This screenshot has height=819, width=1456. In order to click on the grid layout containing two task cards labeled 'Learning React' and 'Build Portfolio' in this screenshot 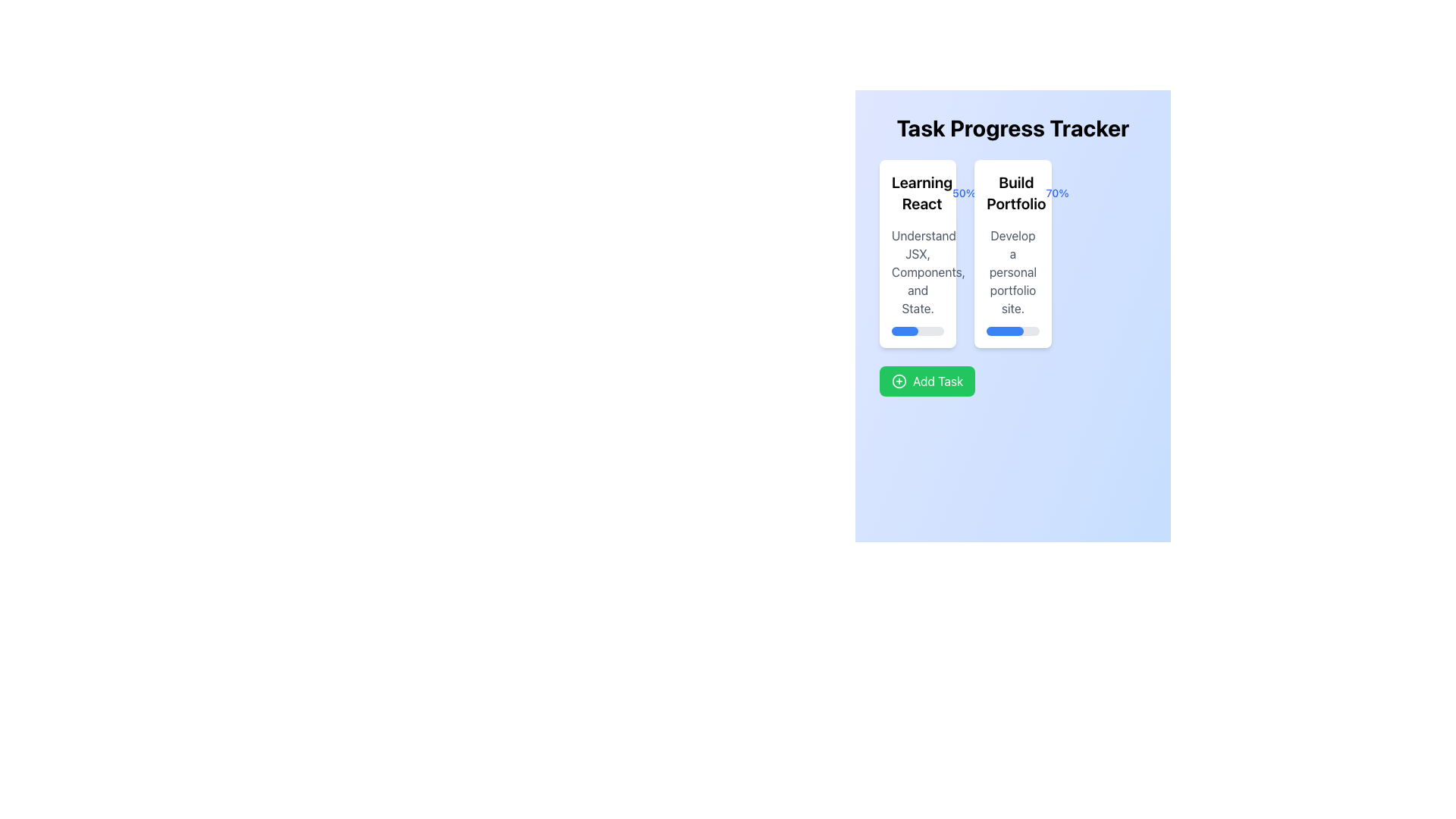, I will do `click(1012, 253)`.